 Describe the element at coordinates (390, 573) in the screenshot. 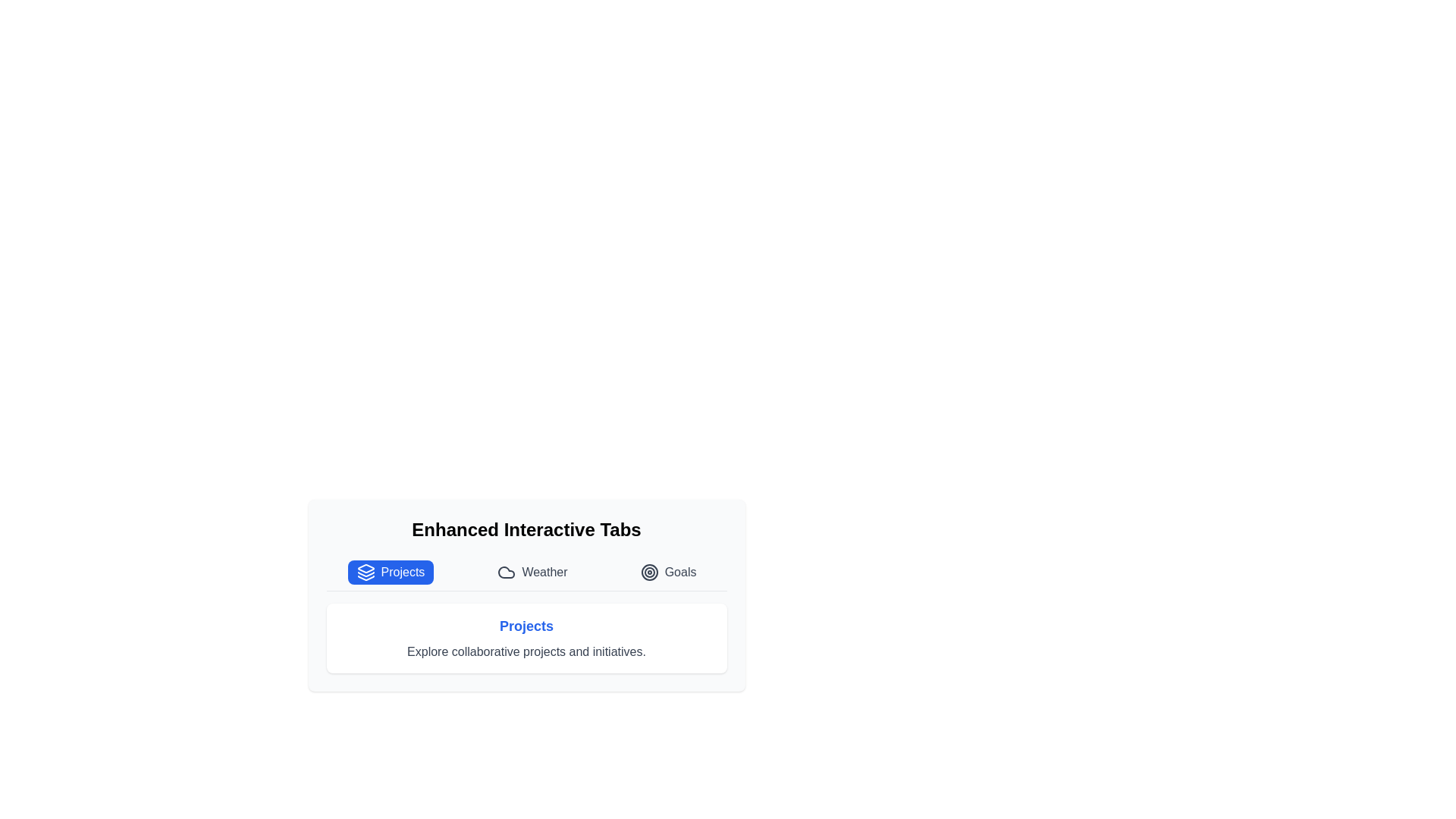

I see `the Projects tab to activate it` at that location.